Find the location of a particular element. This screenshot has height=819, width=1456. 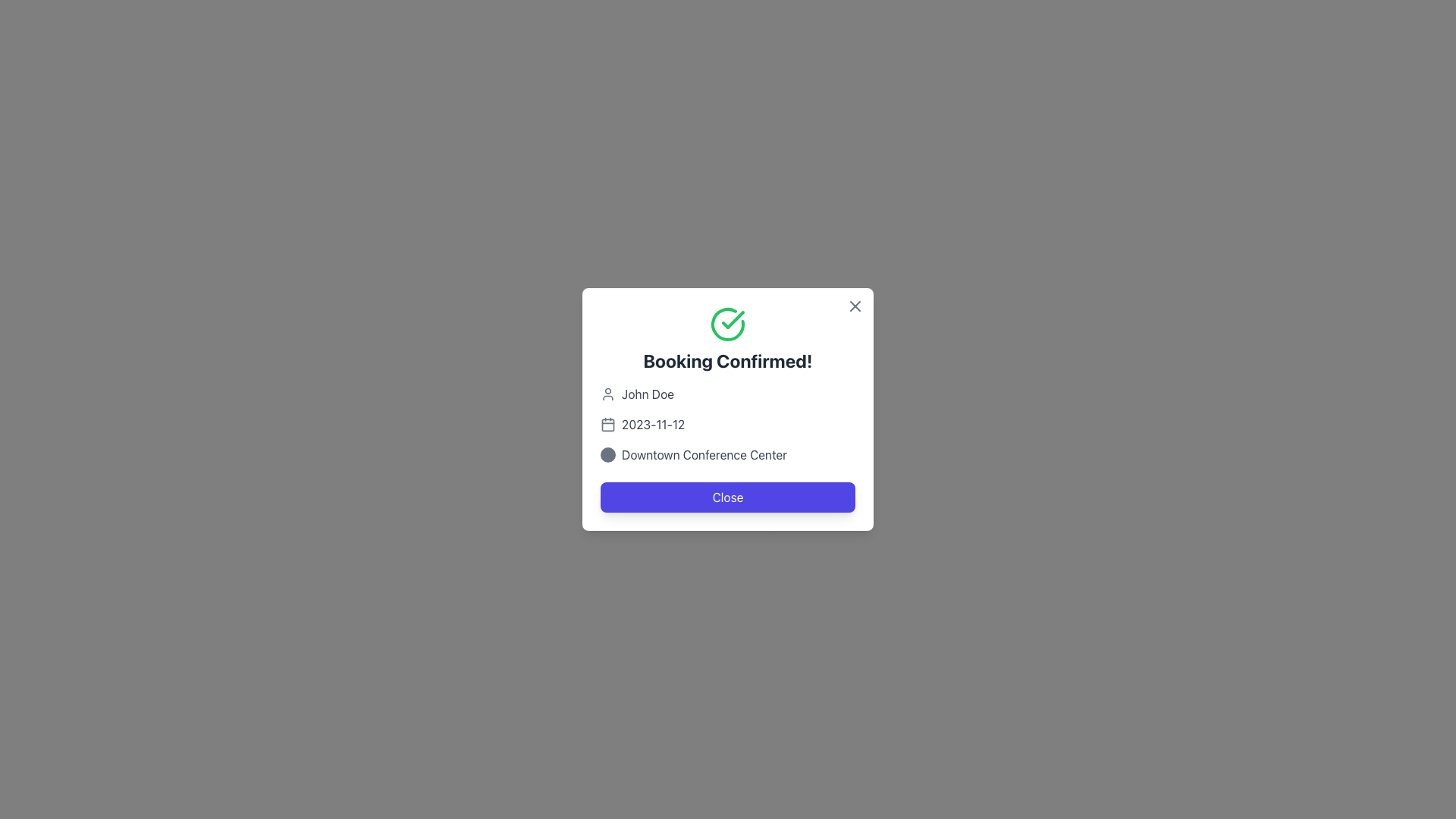

the dismiss button located at the bottom of the pop-up window is located at coordinates (728, 497).